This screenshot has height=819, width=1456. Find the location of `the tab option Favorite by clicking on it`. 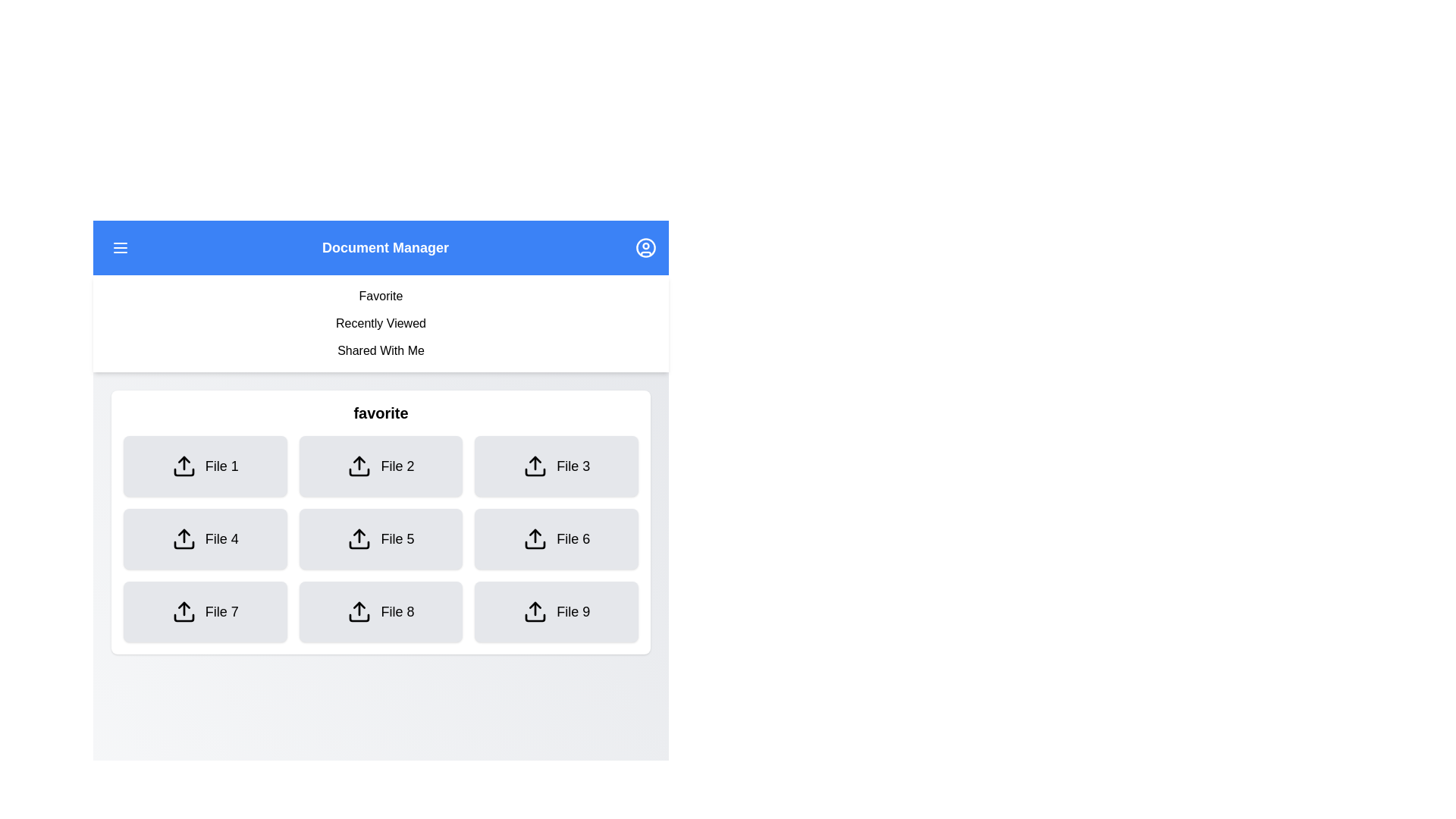

the tab option Favorite by clicking on it is located at coordinates (381, 296).